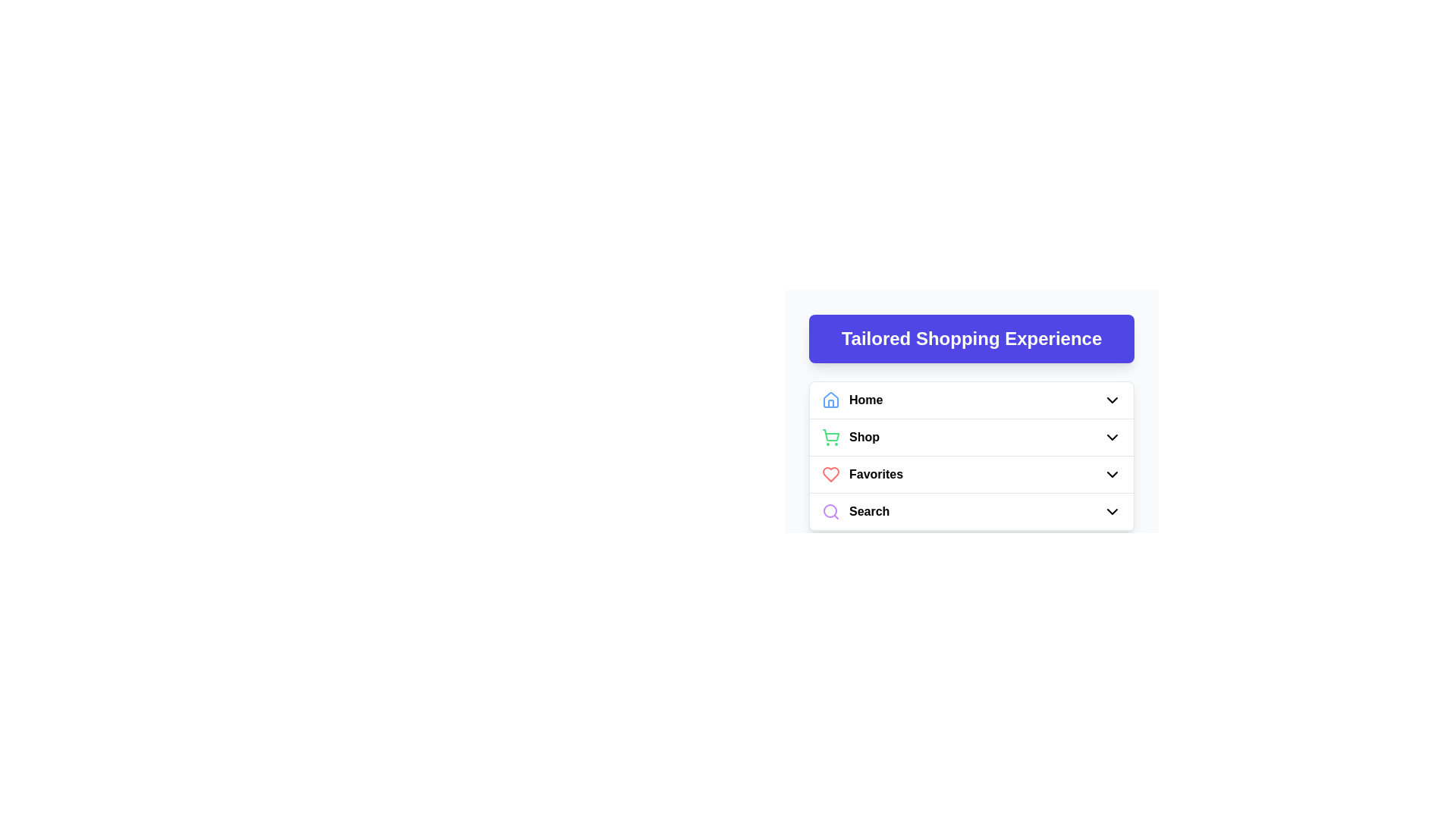 This screenshot has width=1456, height=819. I want to click on the downward-pointing chevron icon located to the far right of the 'Home' list item, so click(1112, 400).